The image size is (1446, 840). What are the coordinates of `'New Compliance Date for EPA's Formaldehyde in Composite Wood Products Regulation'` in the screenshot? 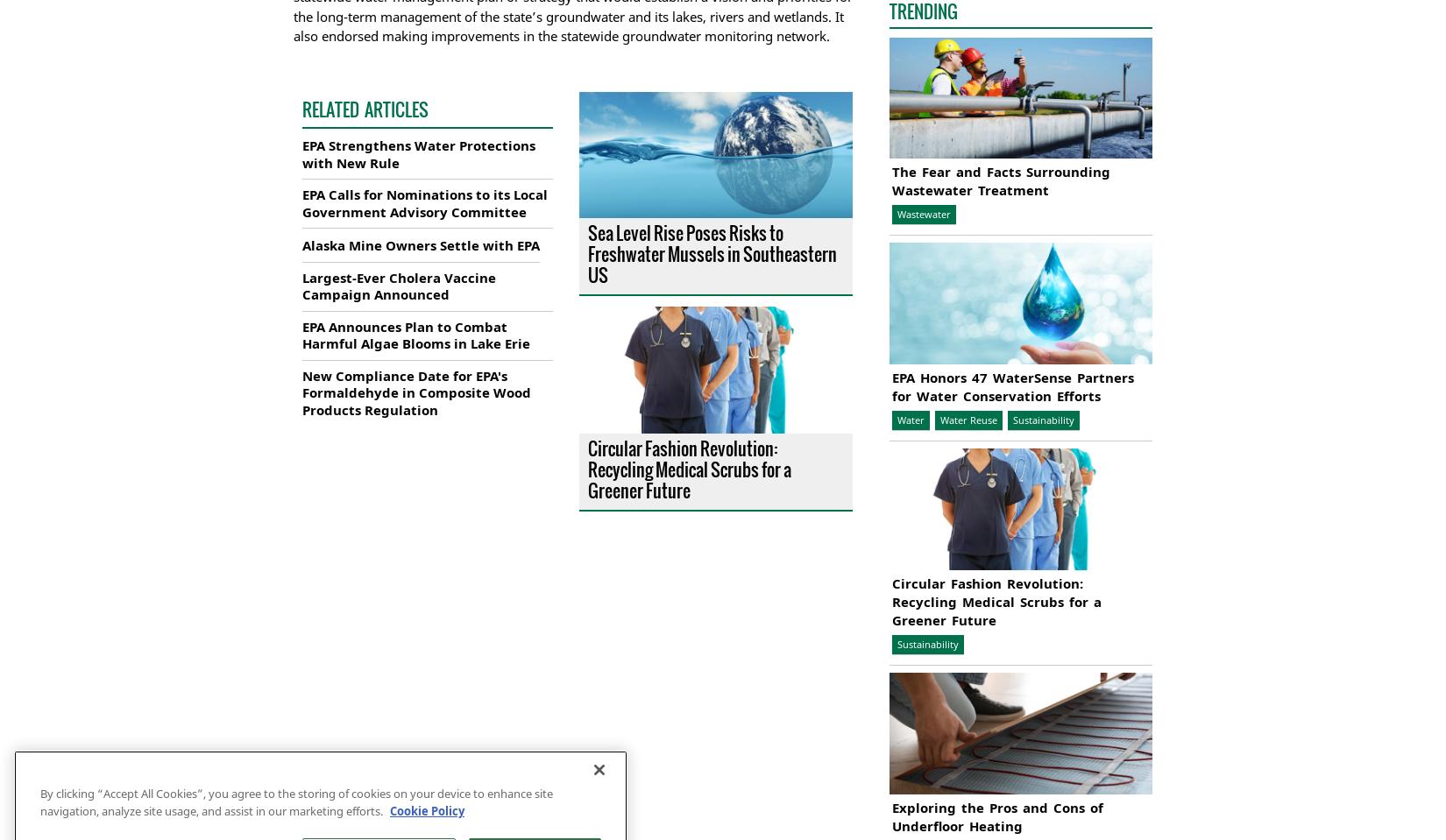 It's located at (415, 391).